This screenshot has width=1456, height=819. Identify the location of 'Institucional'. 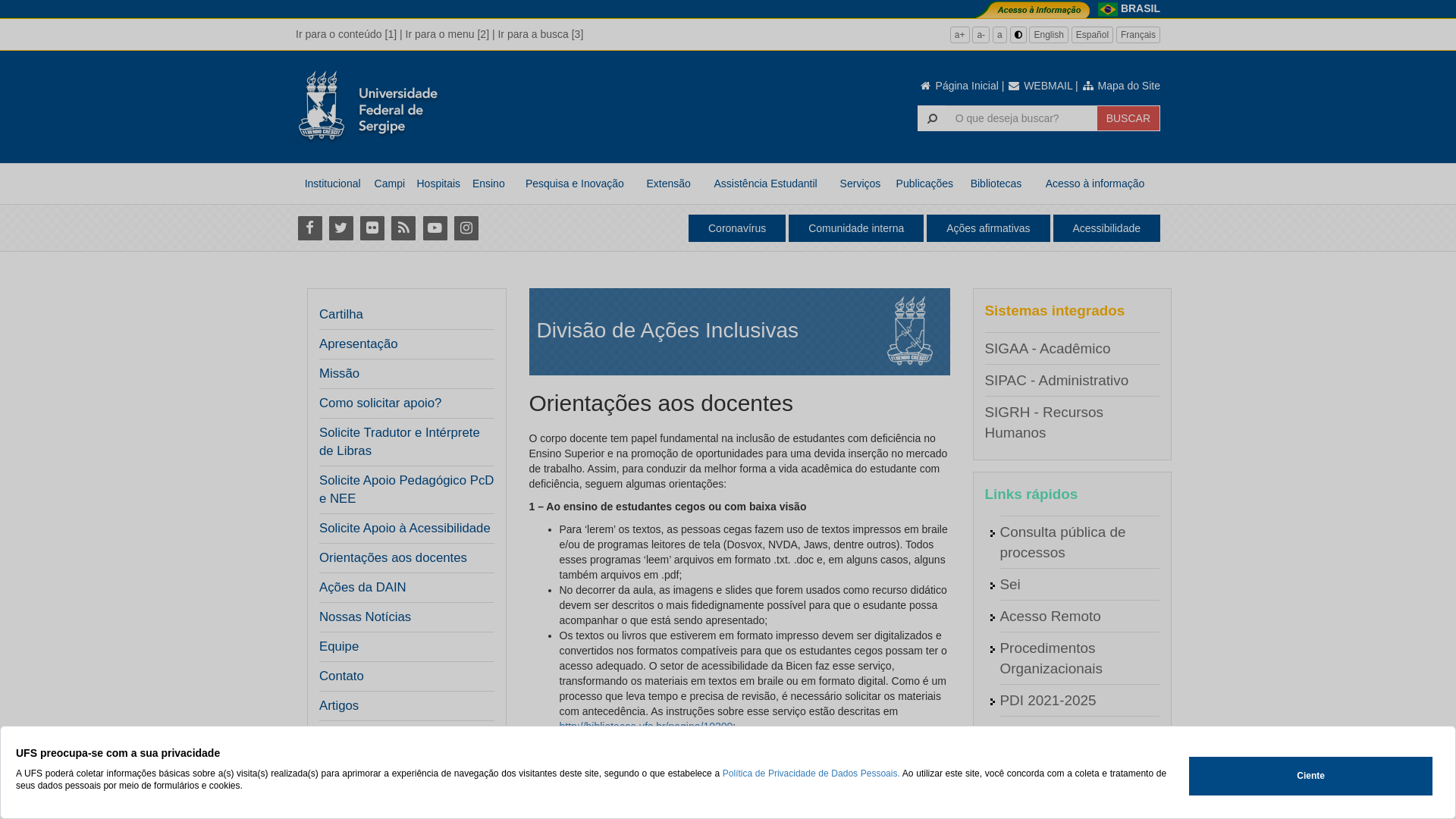
(331, 183).